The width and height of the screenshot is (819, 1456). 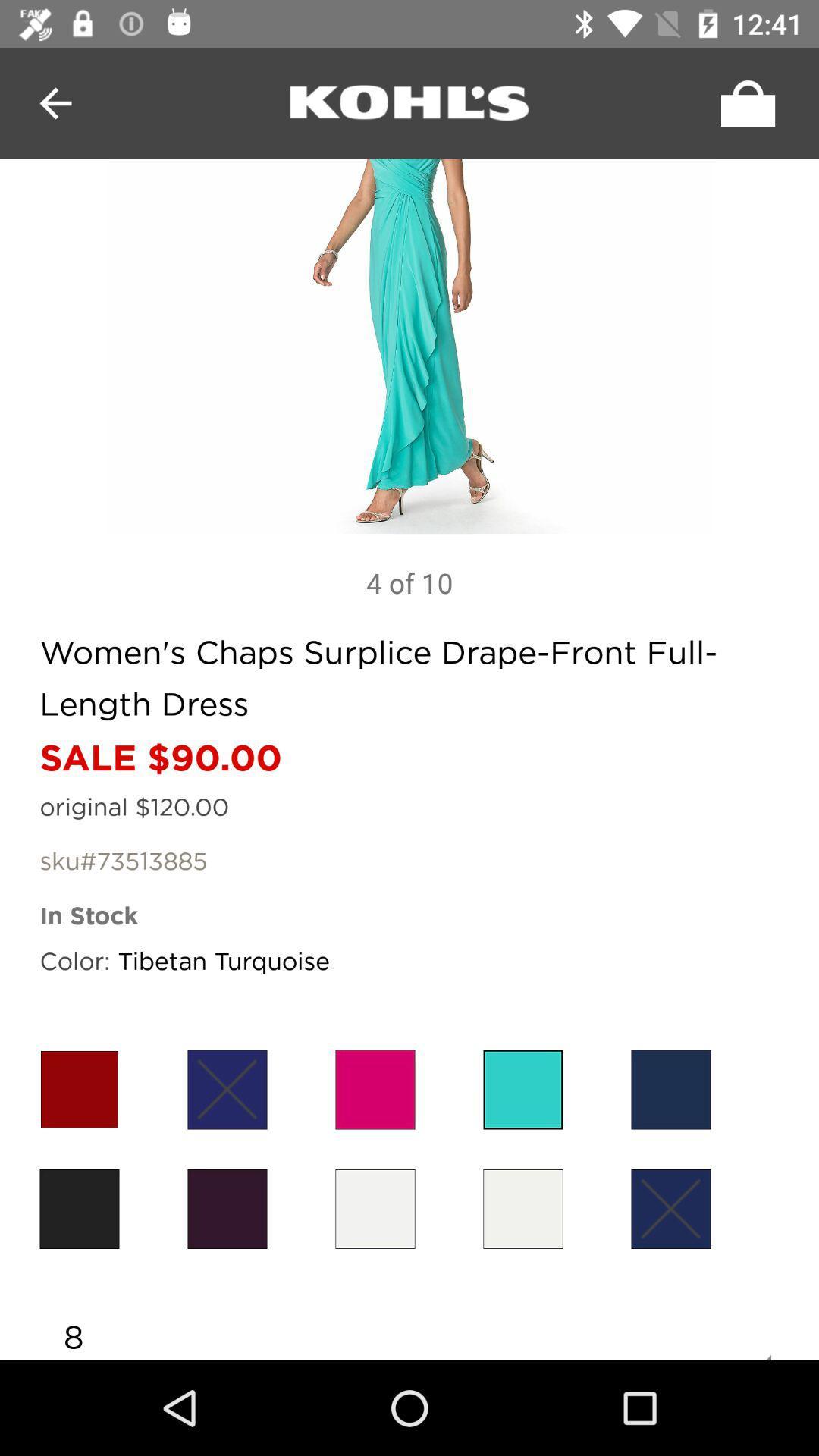 I want to click on light brown dress, so click(x=79, y=1208).